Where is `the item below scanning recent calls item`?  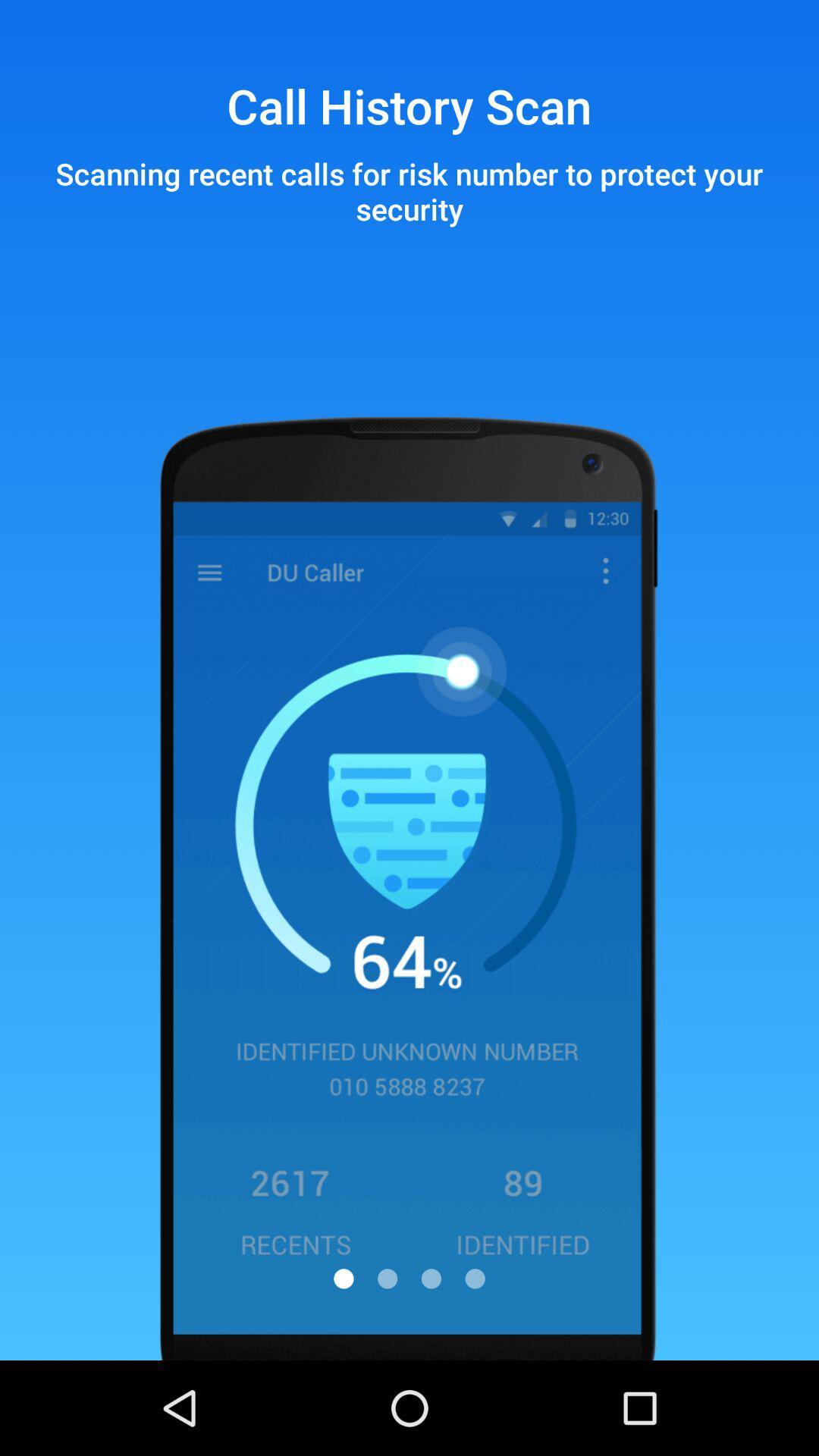 the item below scanning recent calls item is located at coordinates (431, 1278).